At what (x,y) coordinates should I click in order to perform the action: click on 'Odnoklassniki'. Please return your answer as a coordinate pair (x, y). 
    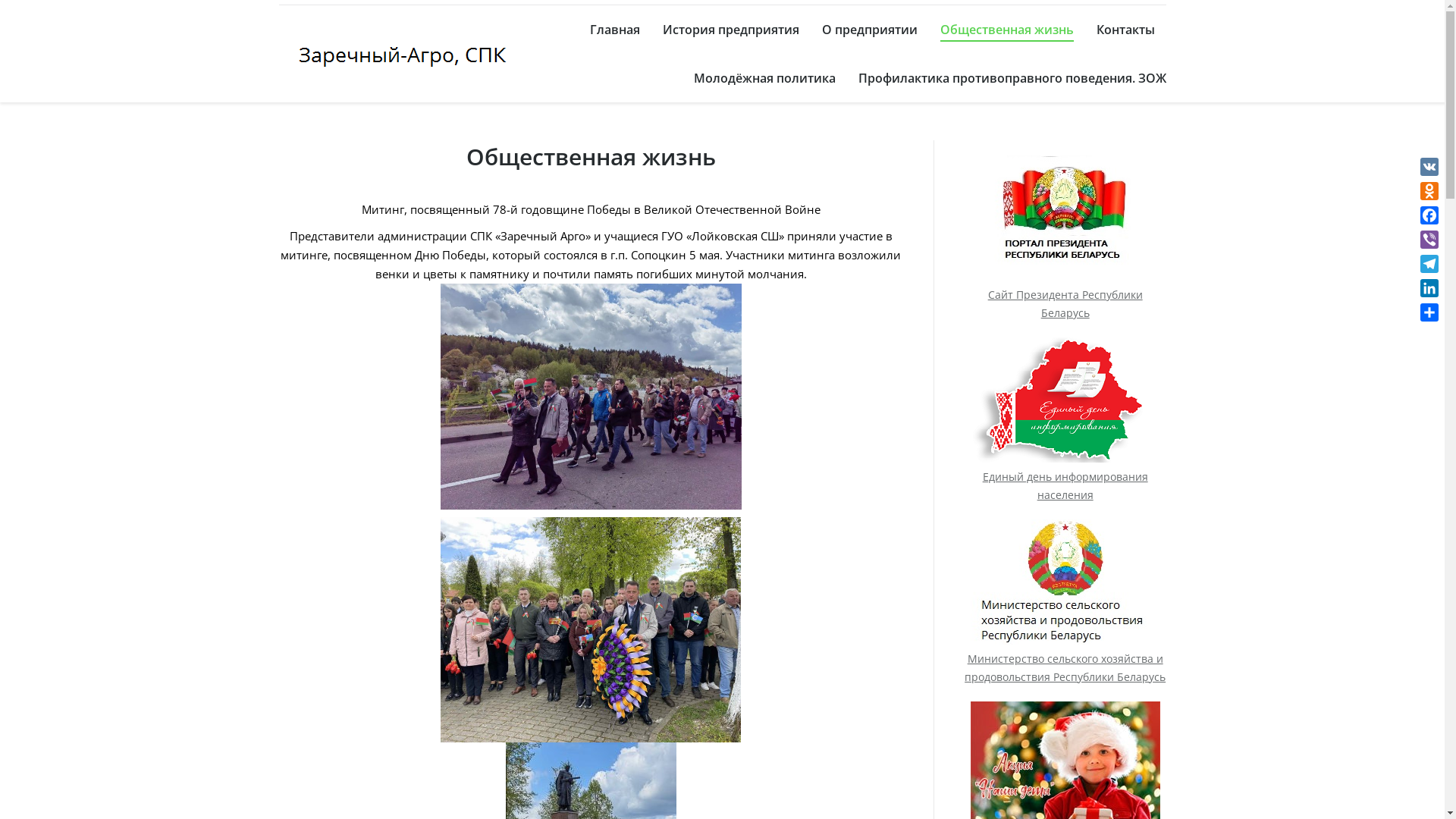
    Looking at the image, I should click on (1429, 190).